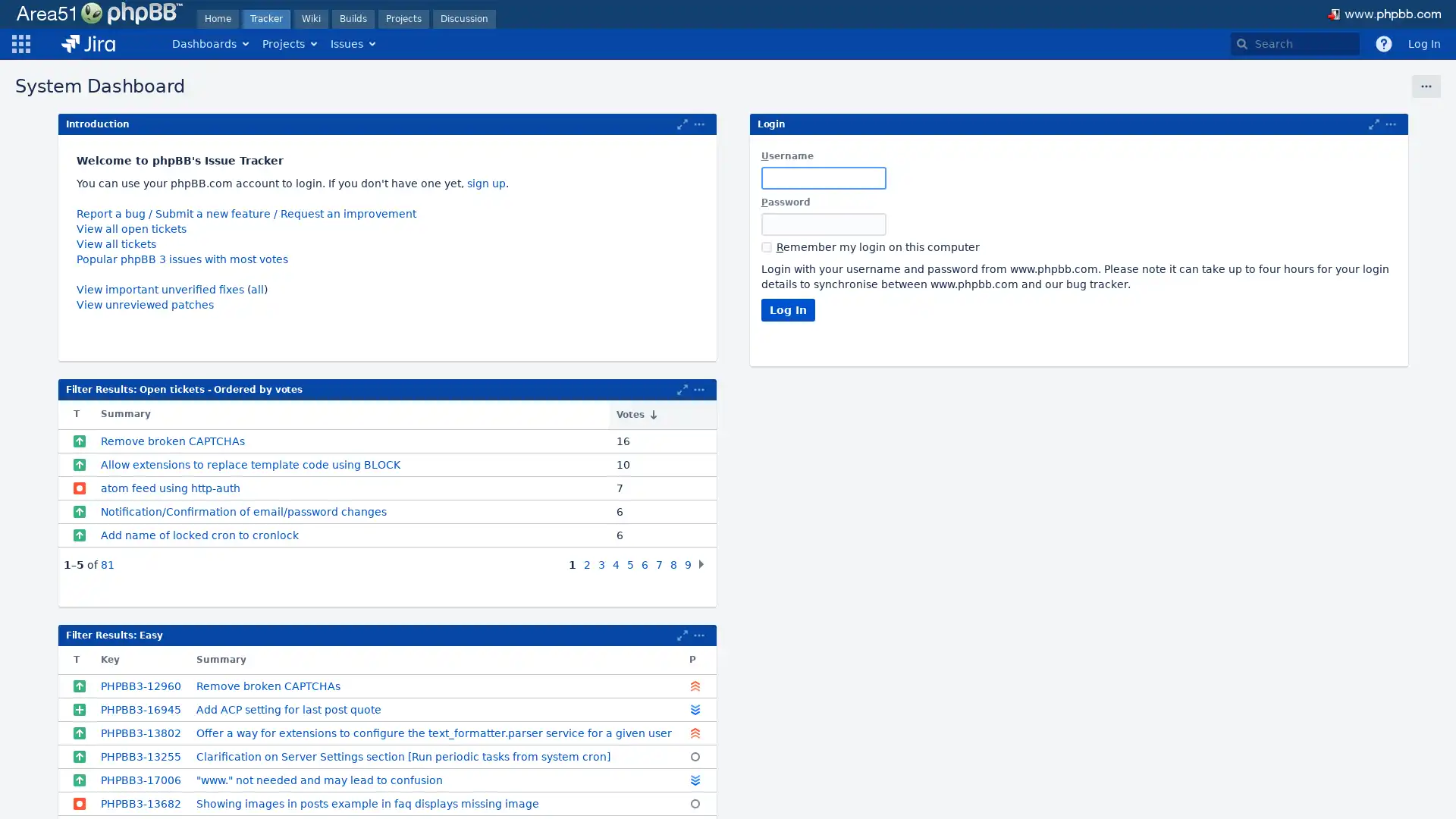  What do you see at coordinates (787, 309) in the screenshot?
I see `Log In` at bounding box center [787, 309].